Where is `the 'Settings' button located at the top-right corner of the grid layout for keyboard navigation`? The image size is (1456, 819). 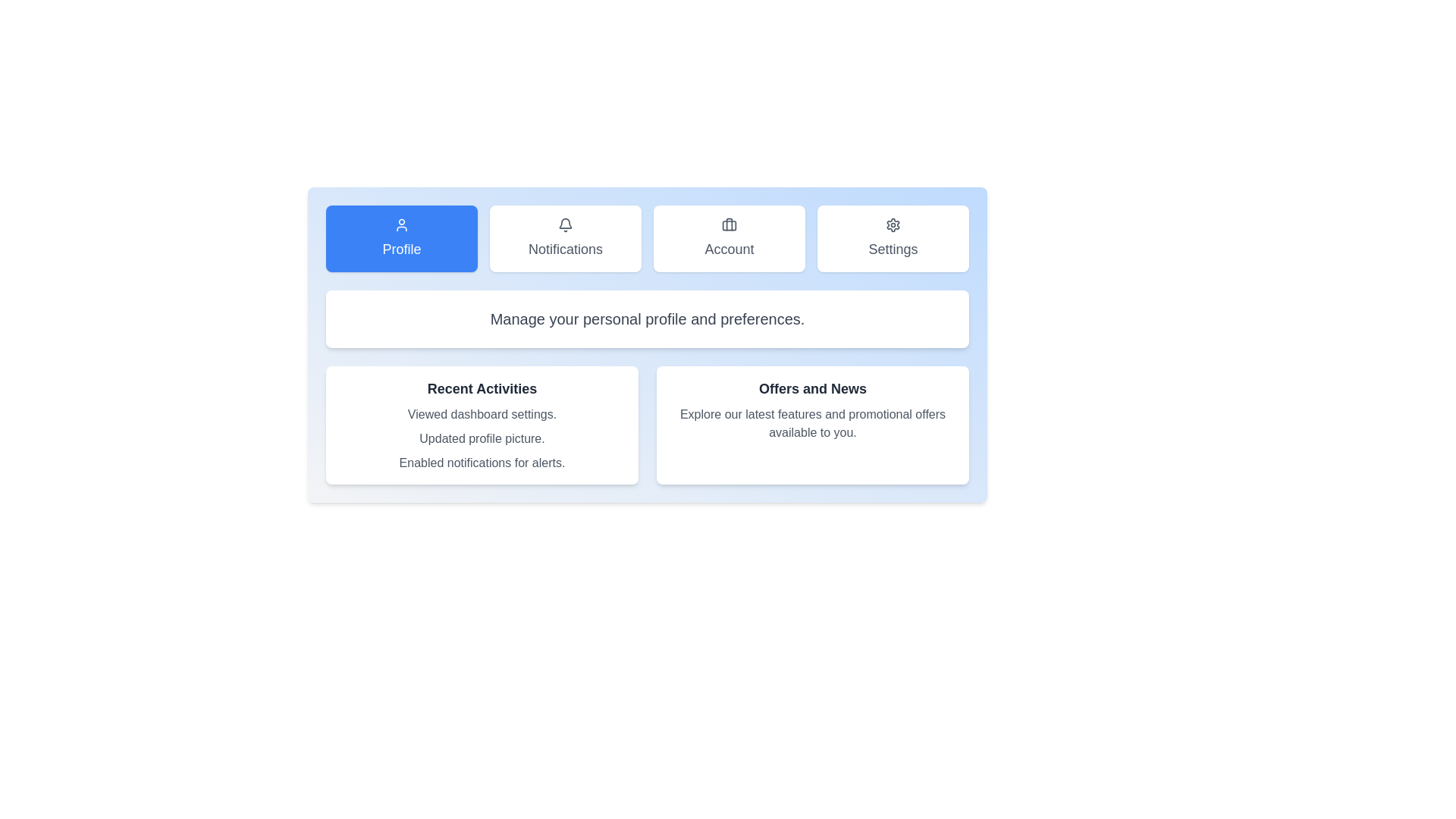
the 'Settings' button located at the top-right corner of the grid layout for keyboard navigation is located at coordinates (893, 239).